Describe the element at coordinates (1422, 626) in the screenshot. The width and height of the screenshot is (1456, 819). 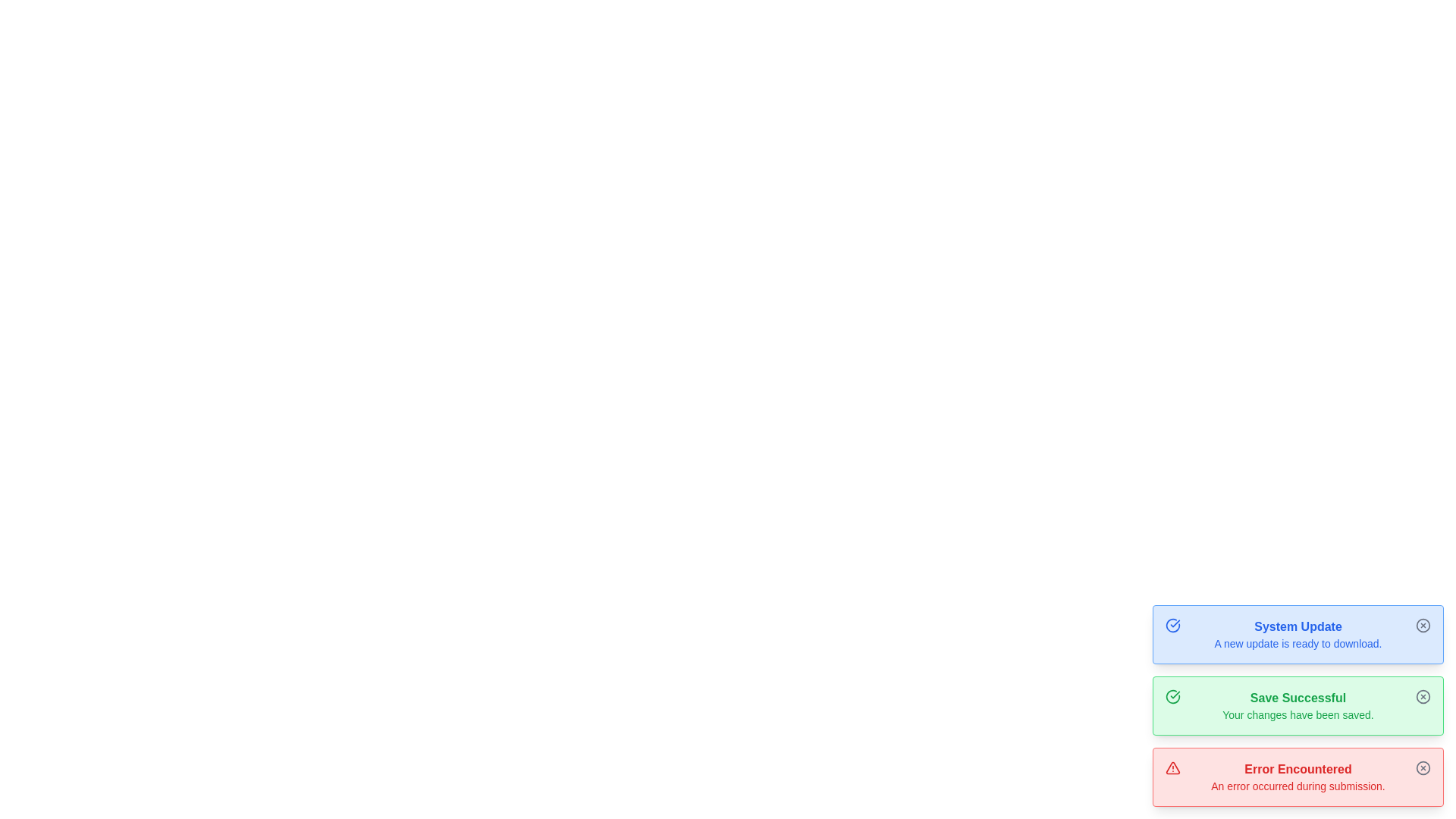
I see `the circular icon that is part of the close button located in the top-right corner of the notification bar` at that location.